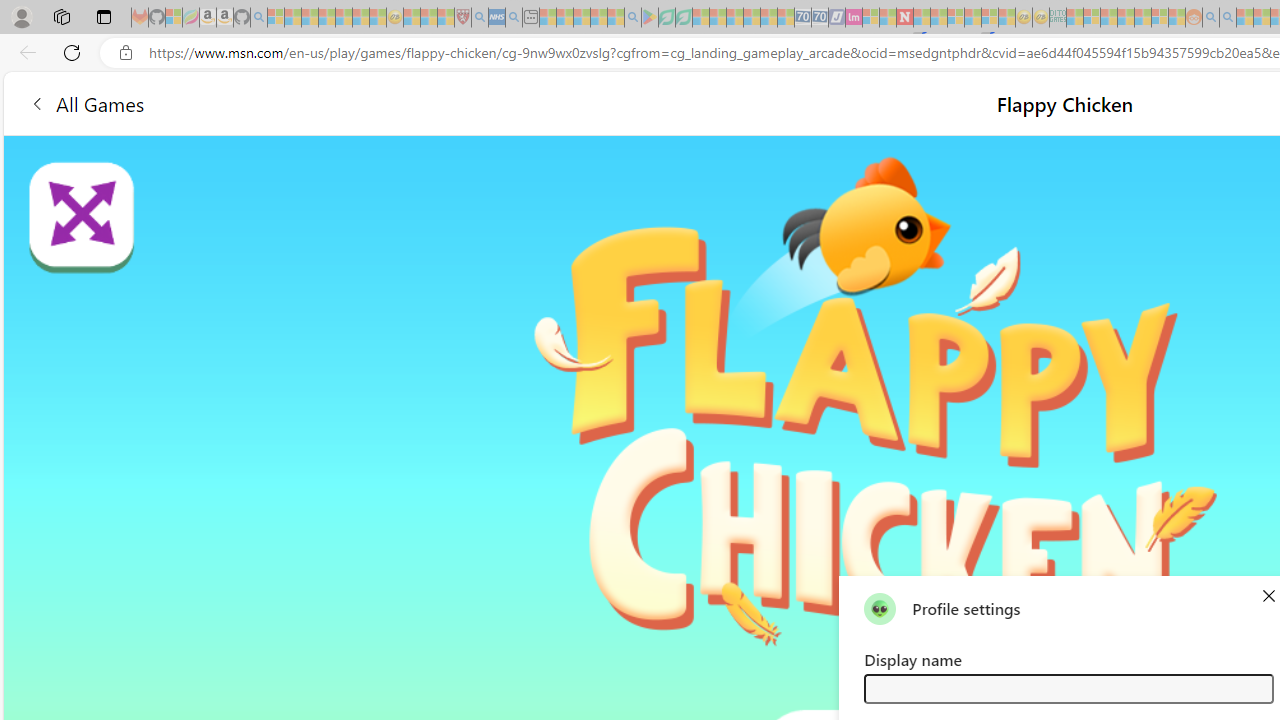  What do you see at coordinates (631, 17) in the screenshot?
I see `'google - Search - Sleeping'` at bounding box center [631, 17].